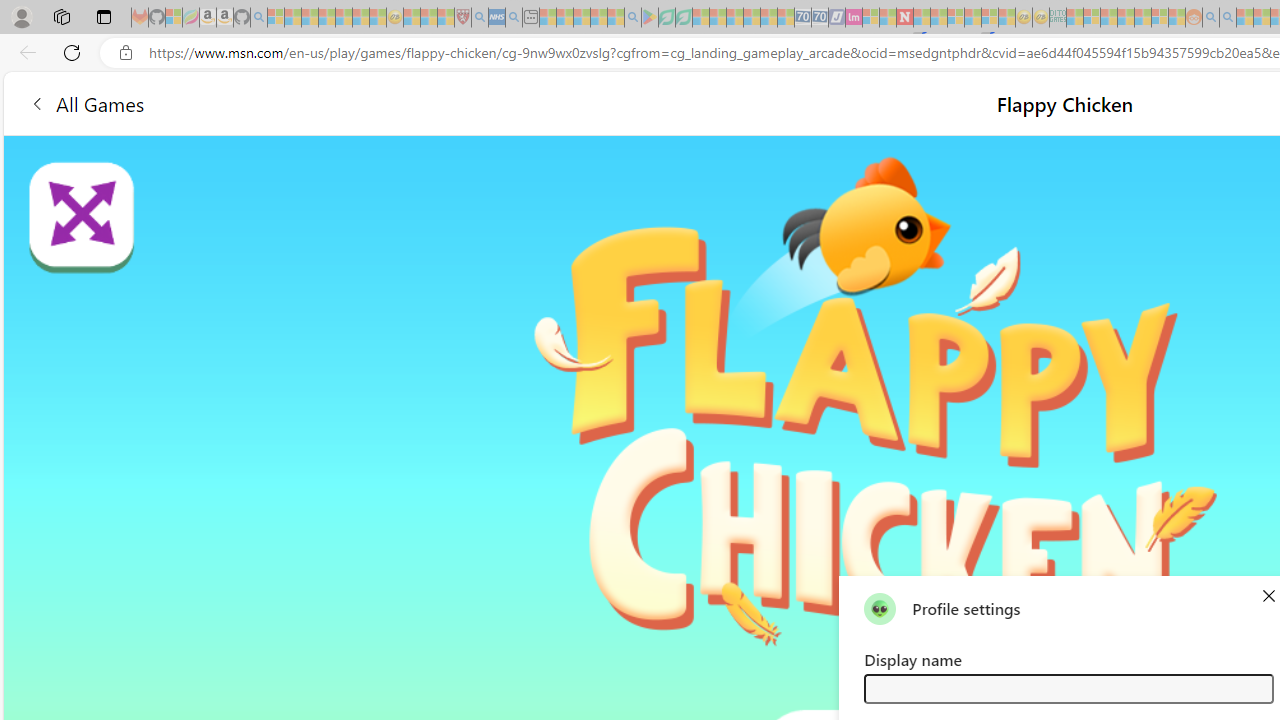  What do you see at coordinates (631, 17) in the screenshot?
I see `'google - Search - Sleeping'` at bounding box center [631, 17].